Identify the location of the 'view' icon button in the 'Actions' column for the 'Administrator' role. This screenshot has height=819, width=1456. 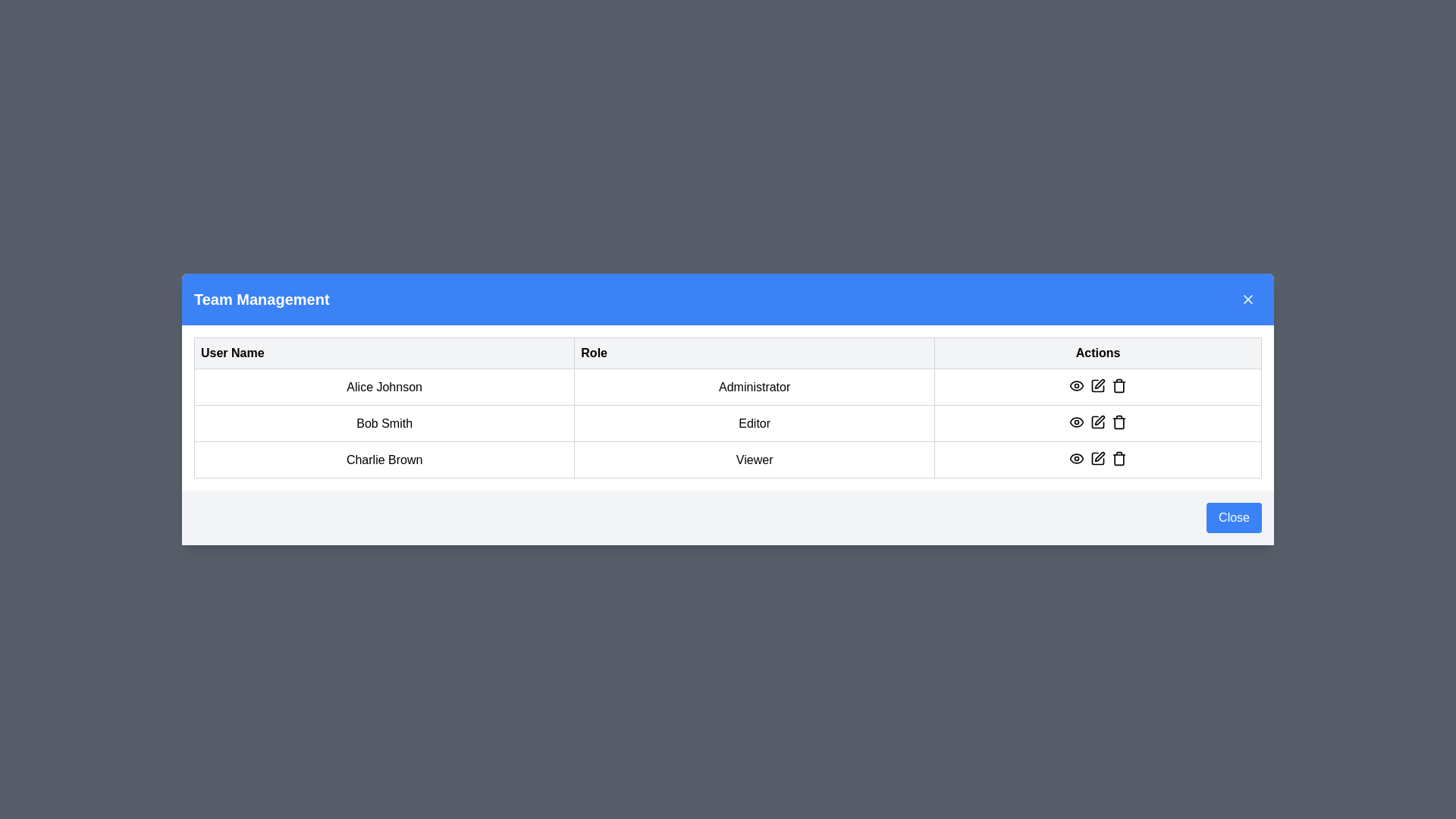
(1076, 385).